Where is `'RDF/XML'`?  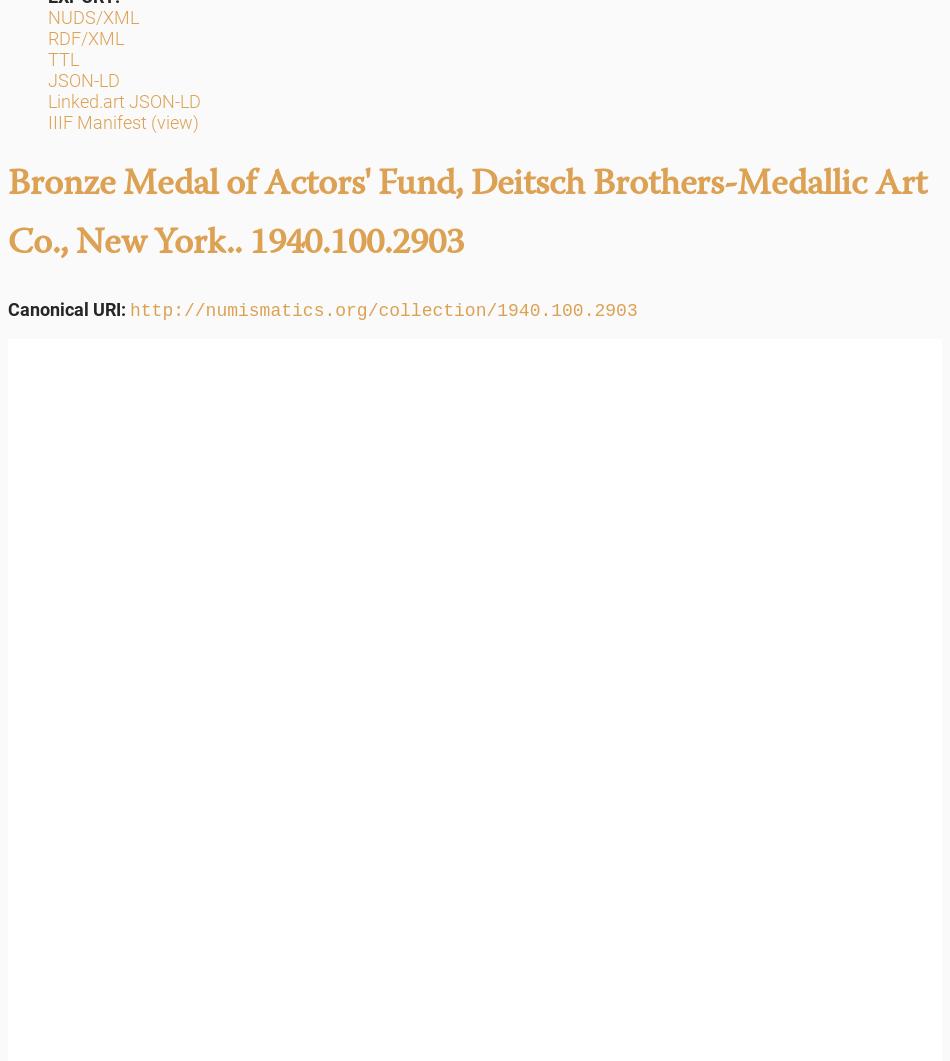 'RDF/XML' is located at coordinates (85, 38).